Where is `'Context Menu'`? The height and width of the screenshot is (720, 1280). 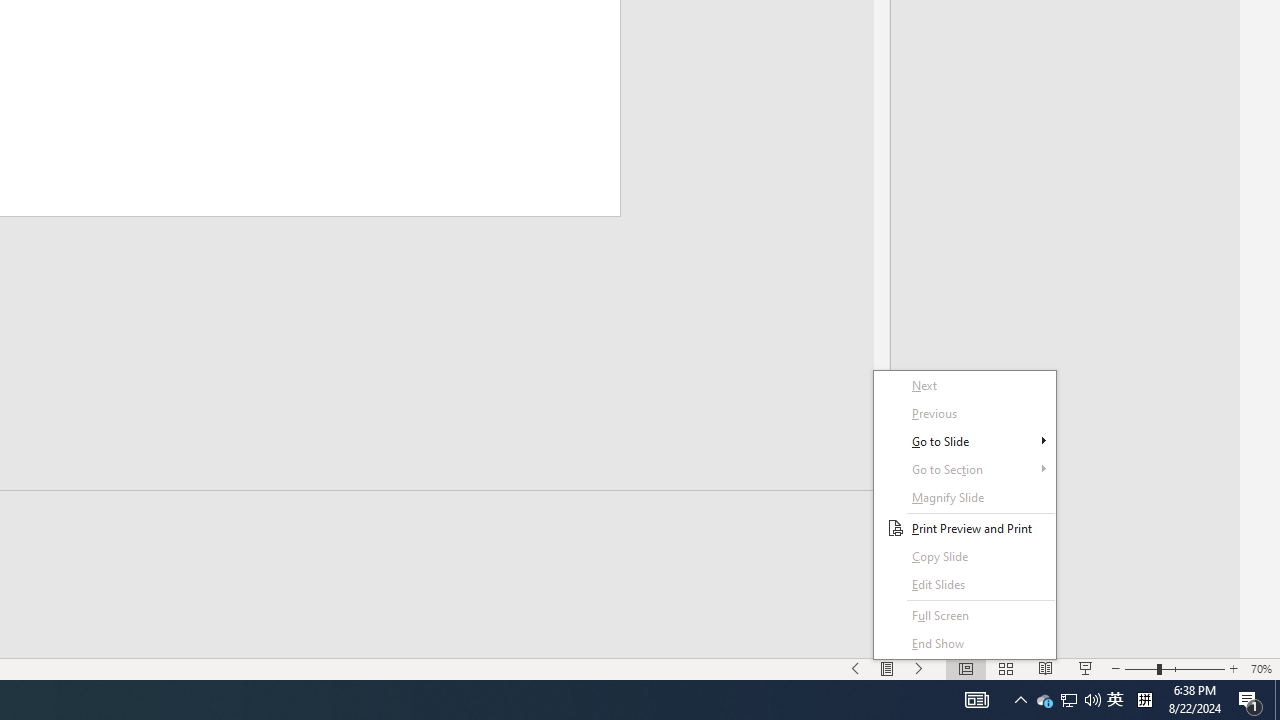
'Context Menu' is located at coordinates (965, 514).